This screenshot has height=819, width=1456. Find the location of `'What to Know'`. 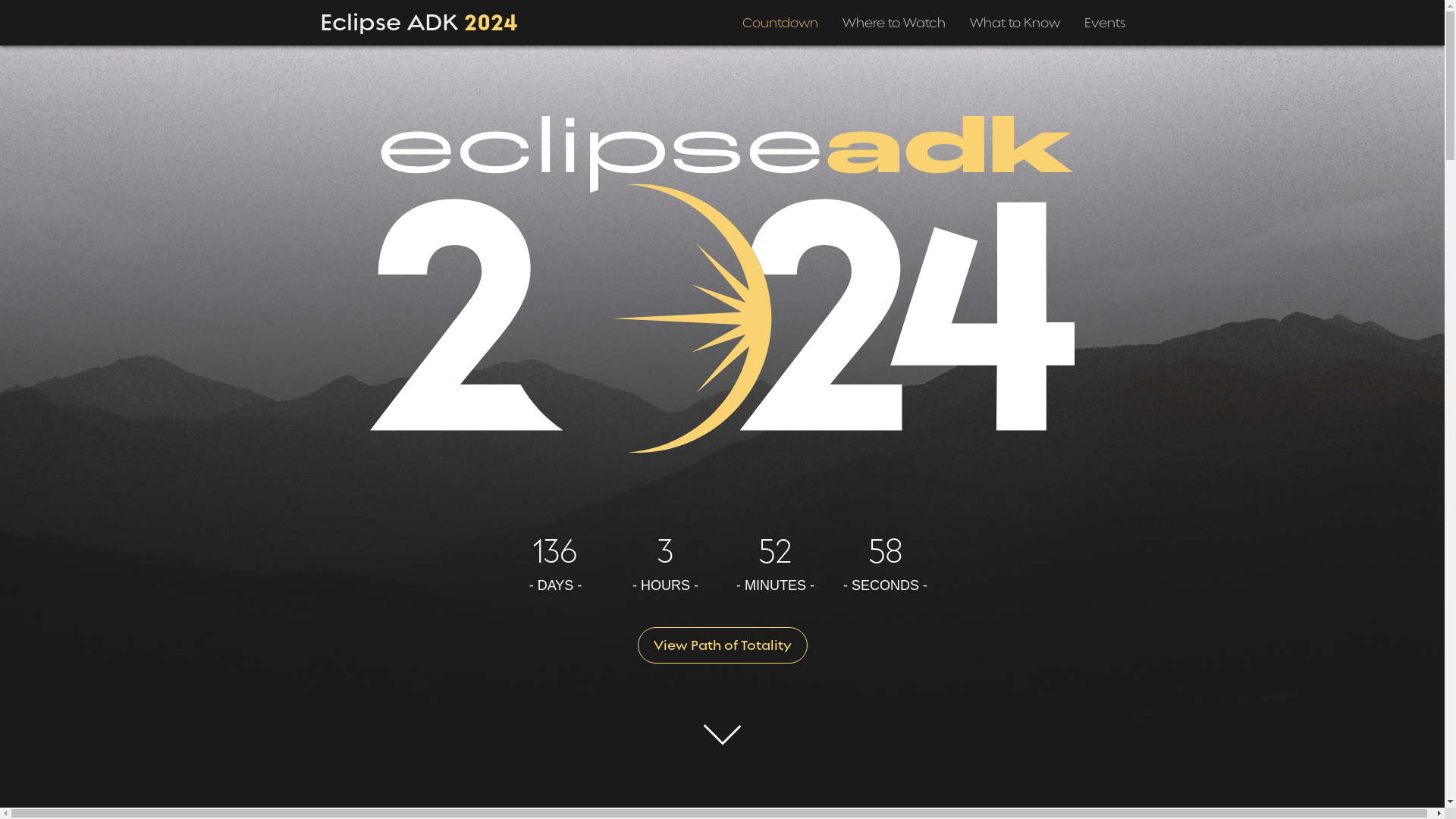

'What to Know' is located at coordinates (968, 17).